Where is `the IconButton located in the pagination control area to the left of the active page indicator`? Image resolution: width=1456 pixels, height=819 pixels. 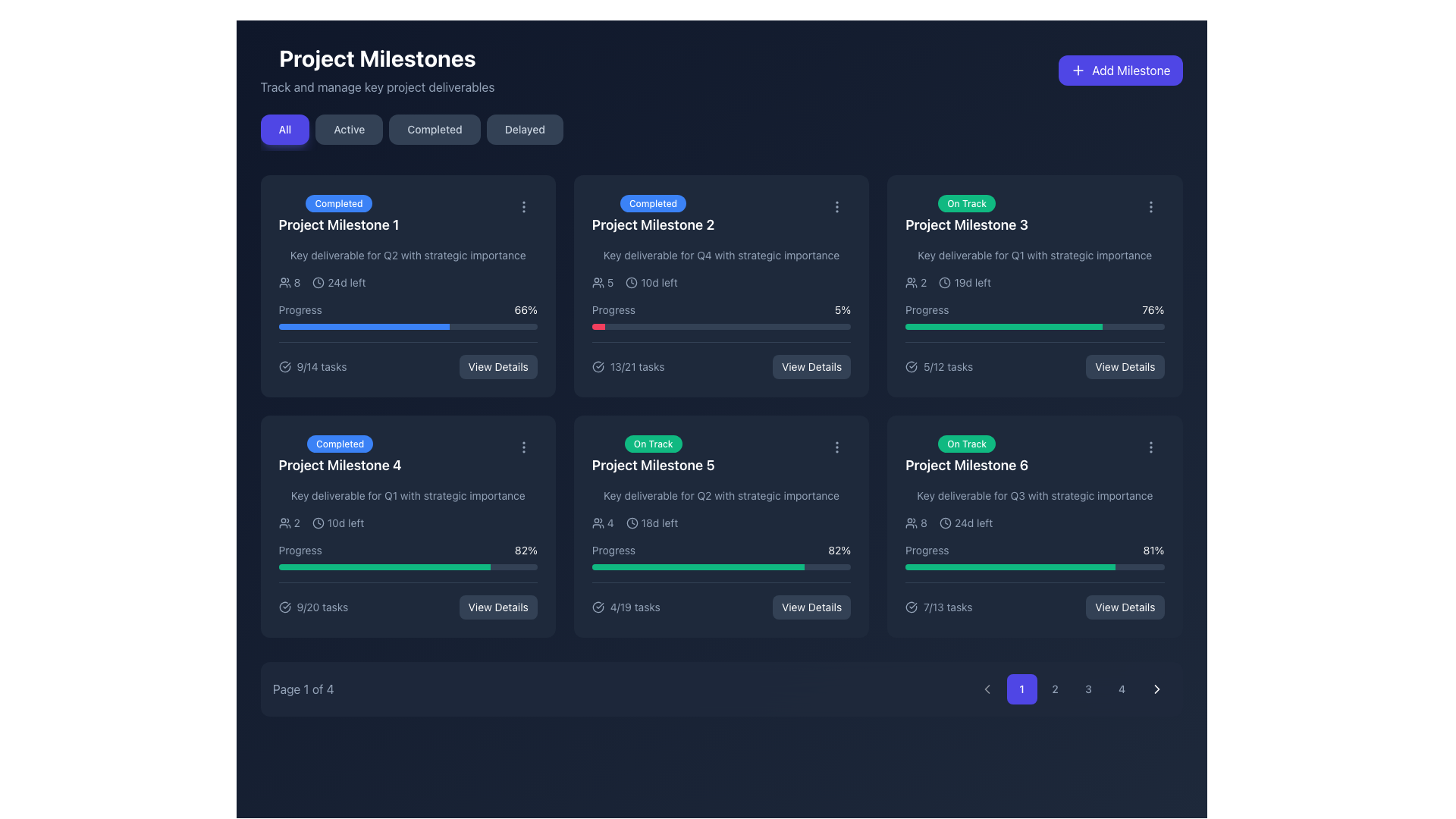 the IconButton located in the pagination control area to the left of the active page indicator is located at coordinates (987, 689).